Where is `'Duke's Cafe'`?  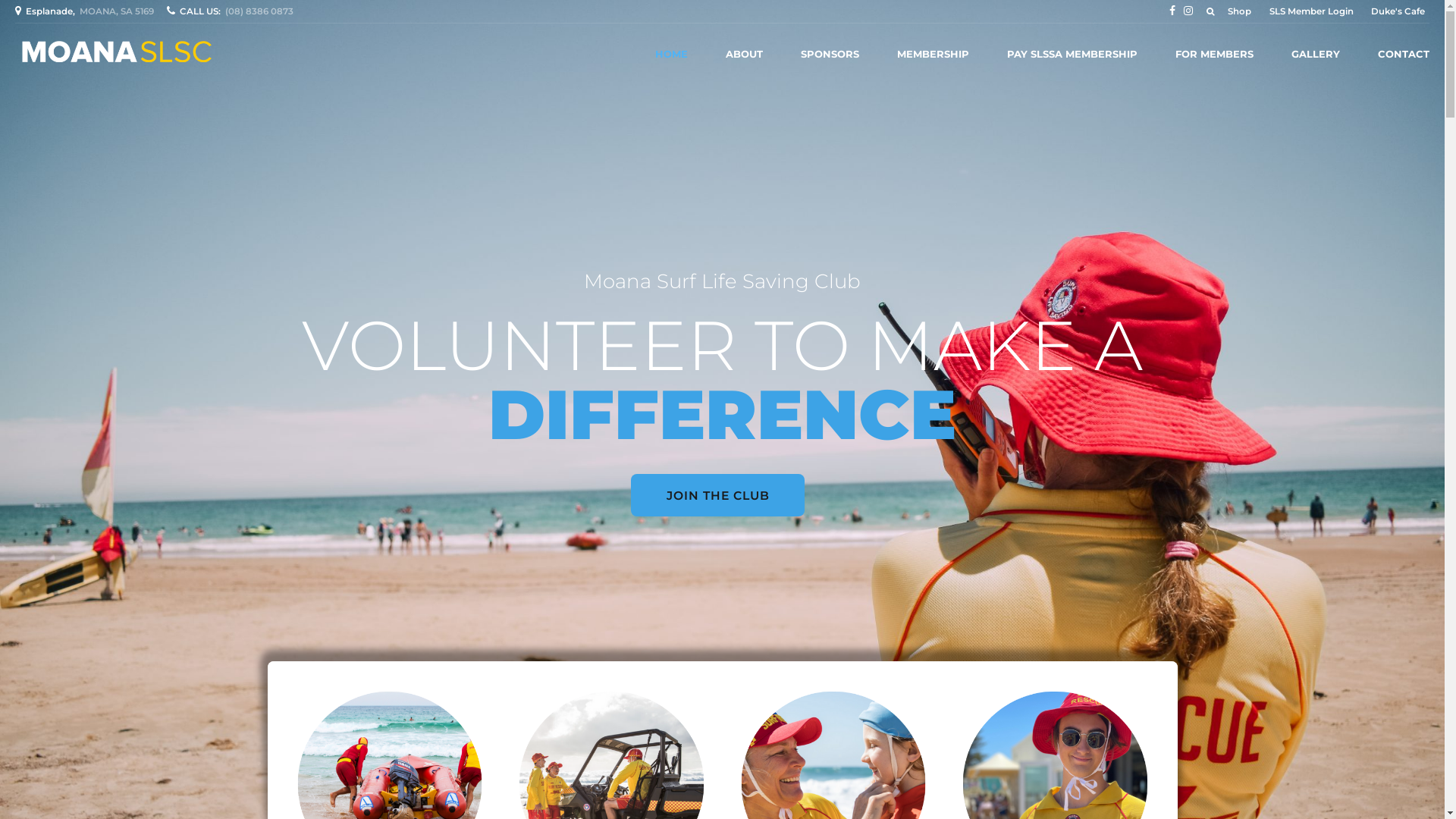
'Duke's Cafe' is located at coordinates (1397, 11).